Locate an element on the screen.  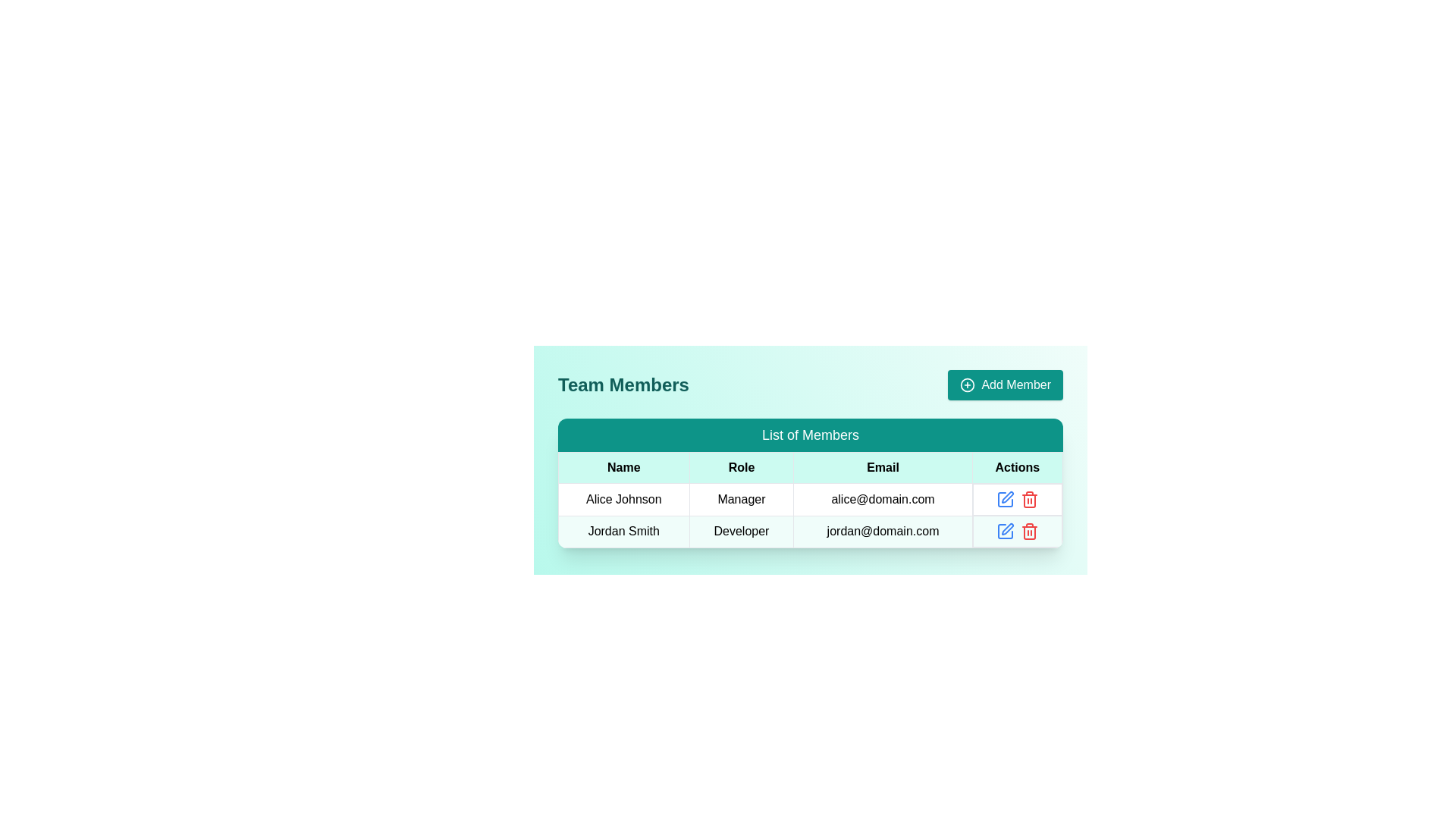
the edit button located is located at coordinates (1005, 500).